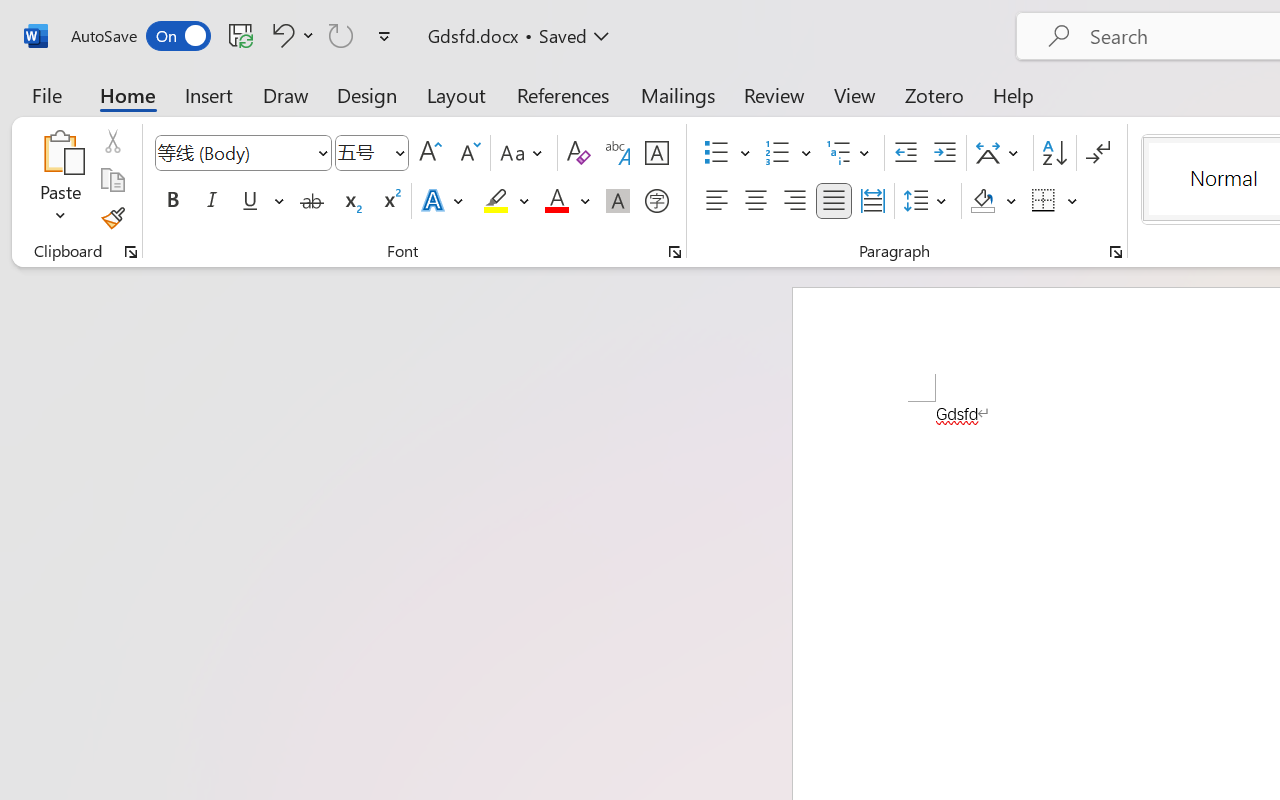 The image size is (1280, 800). I want to click on 'Font Color Red', so click(556, 201).